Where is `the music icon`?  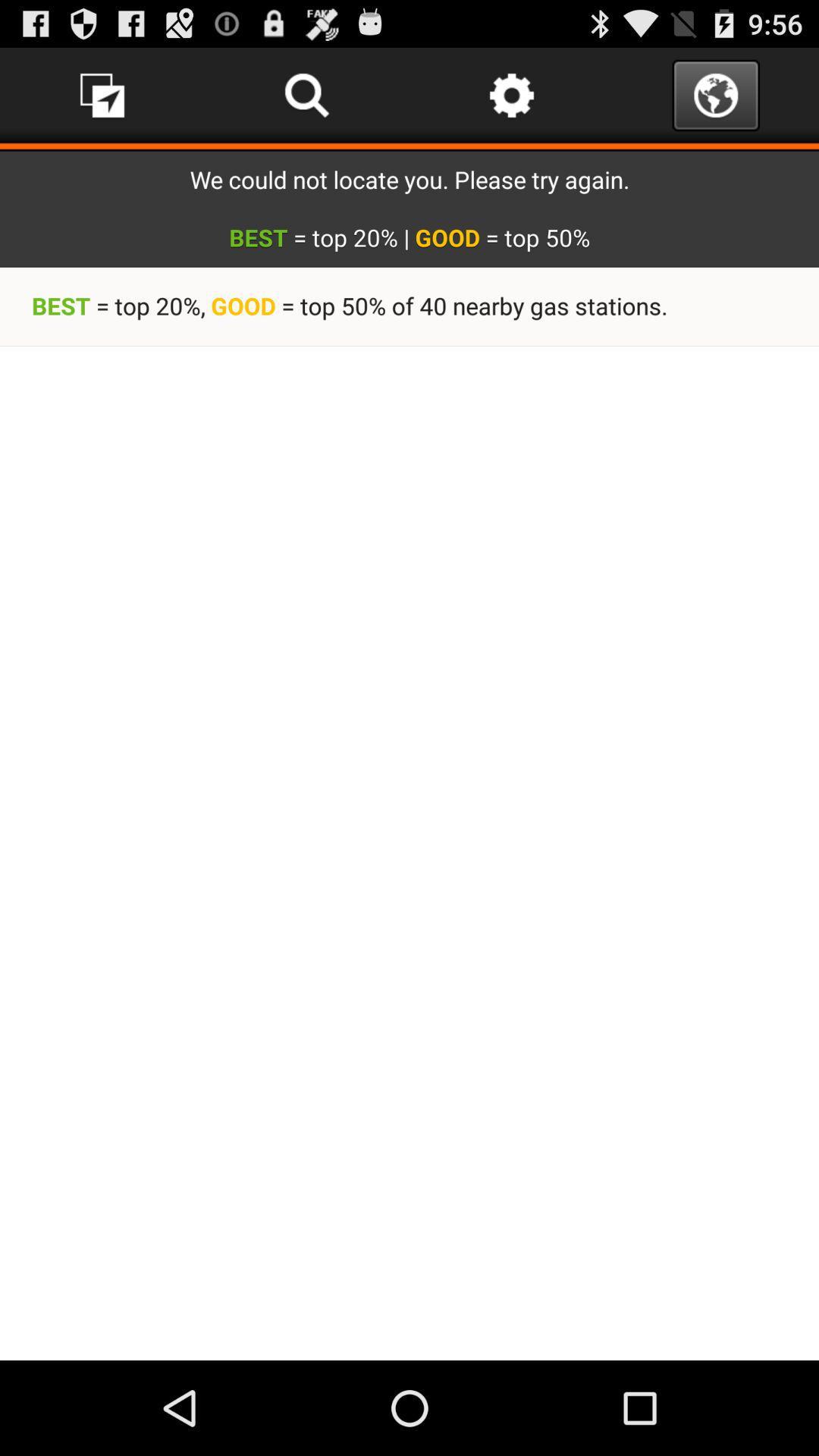 the music icon is located at coordinates (102, 101).